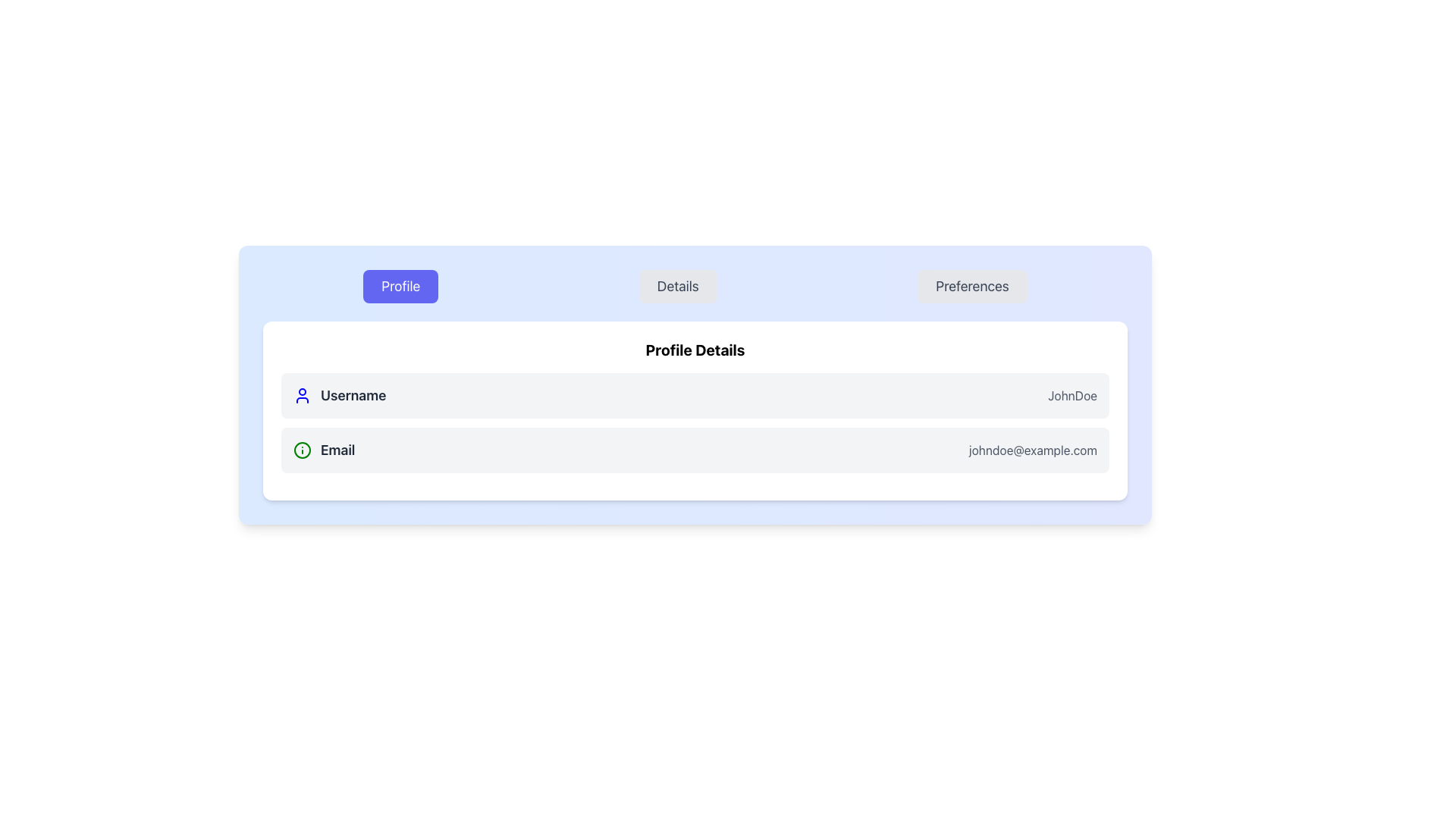 This screenshot has height=819, width=1456. What do you see at coordinates (339, 394) in the screenshot?
I see `the 'Username' label and user icon, which features bold dark-gray text and a blue outlined user icon, located in the profile details card` at bounding box center [339, 394].